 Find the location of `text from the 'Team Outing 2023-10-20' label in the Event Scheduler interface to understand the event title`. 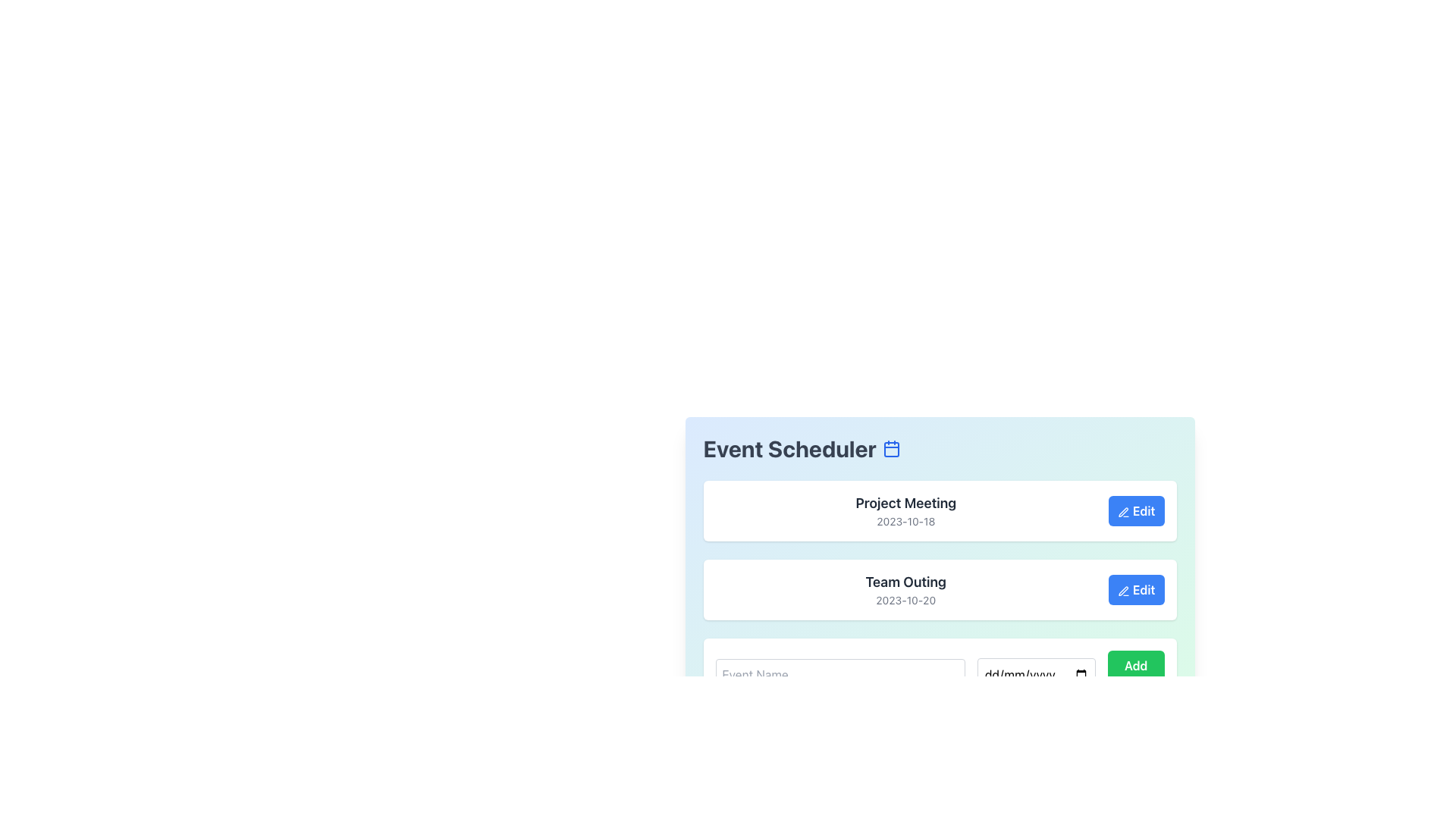

text from the 'Team Outing 2023-10-20' label in the Event Scheduler interface to understand the event title is located at coordinates (905, 581).